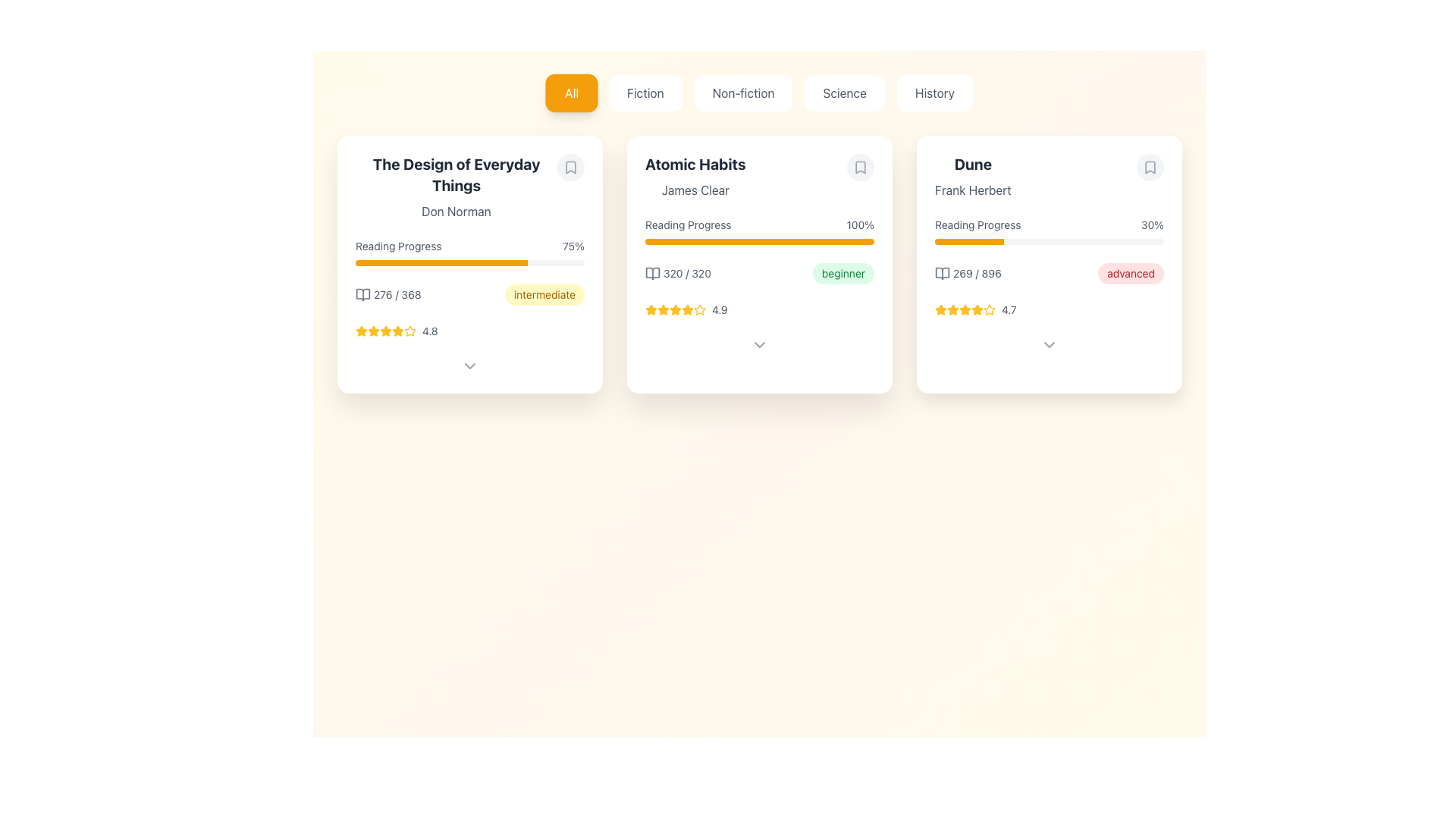  What do you see at coordinates (695, 189) in the screenshot?
I see `the text label displaying 'James Clear', which is located beneath the bold title 'Atomic Habits' within the book card` at bounding box center [695, 189].